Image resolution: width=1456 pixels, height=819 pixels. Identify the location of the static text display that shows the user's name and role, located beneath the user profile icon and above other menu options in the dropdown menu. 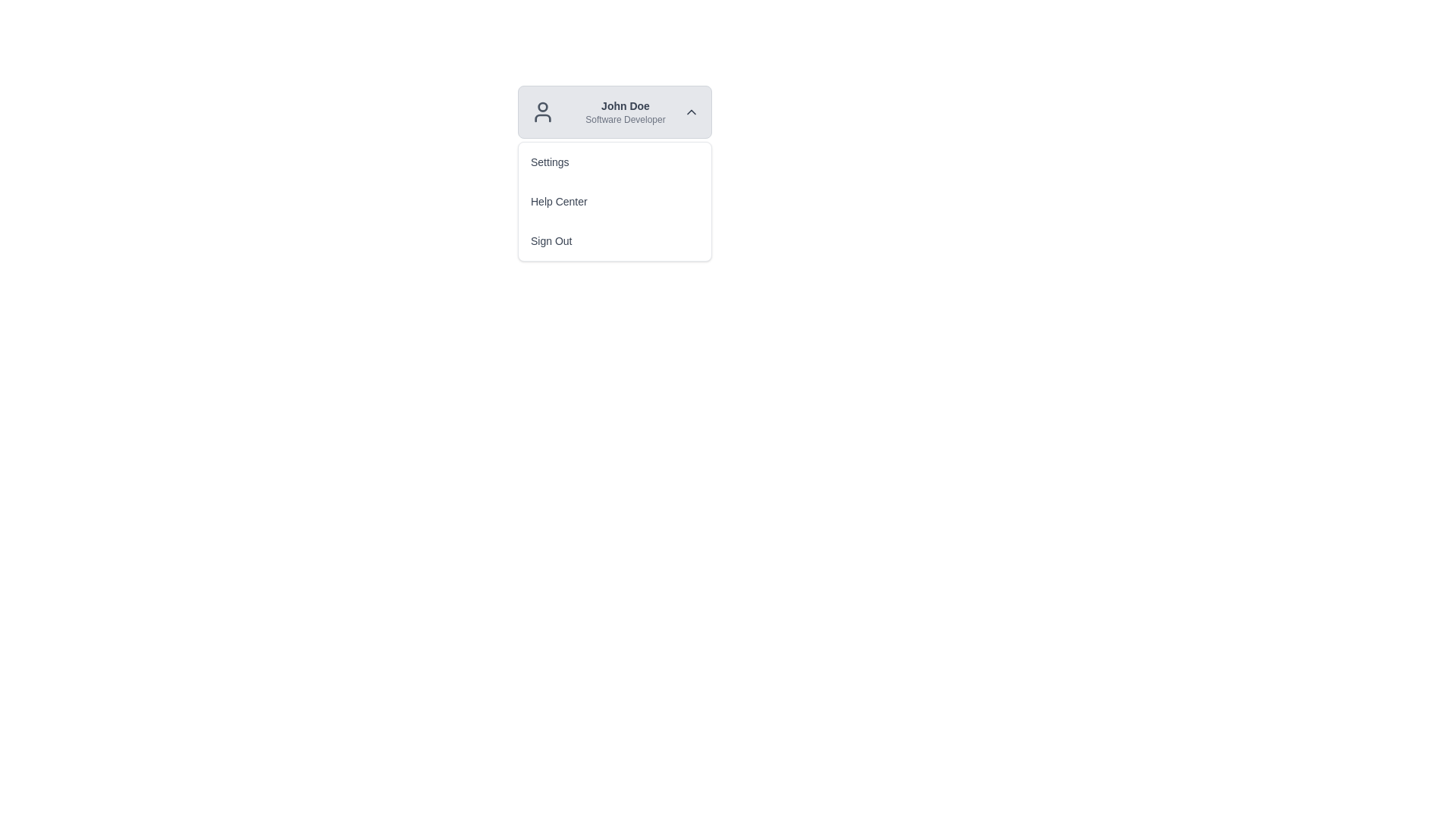
(626, 111).